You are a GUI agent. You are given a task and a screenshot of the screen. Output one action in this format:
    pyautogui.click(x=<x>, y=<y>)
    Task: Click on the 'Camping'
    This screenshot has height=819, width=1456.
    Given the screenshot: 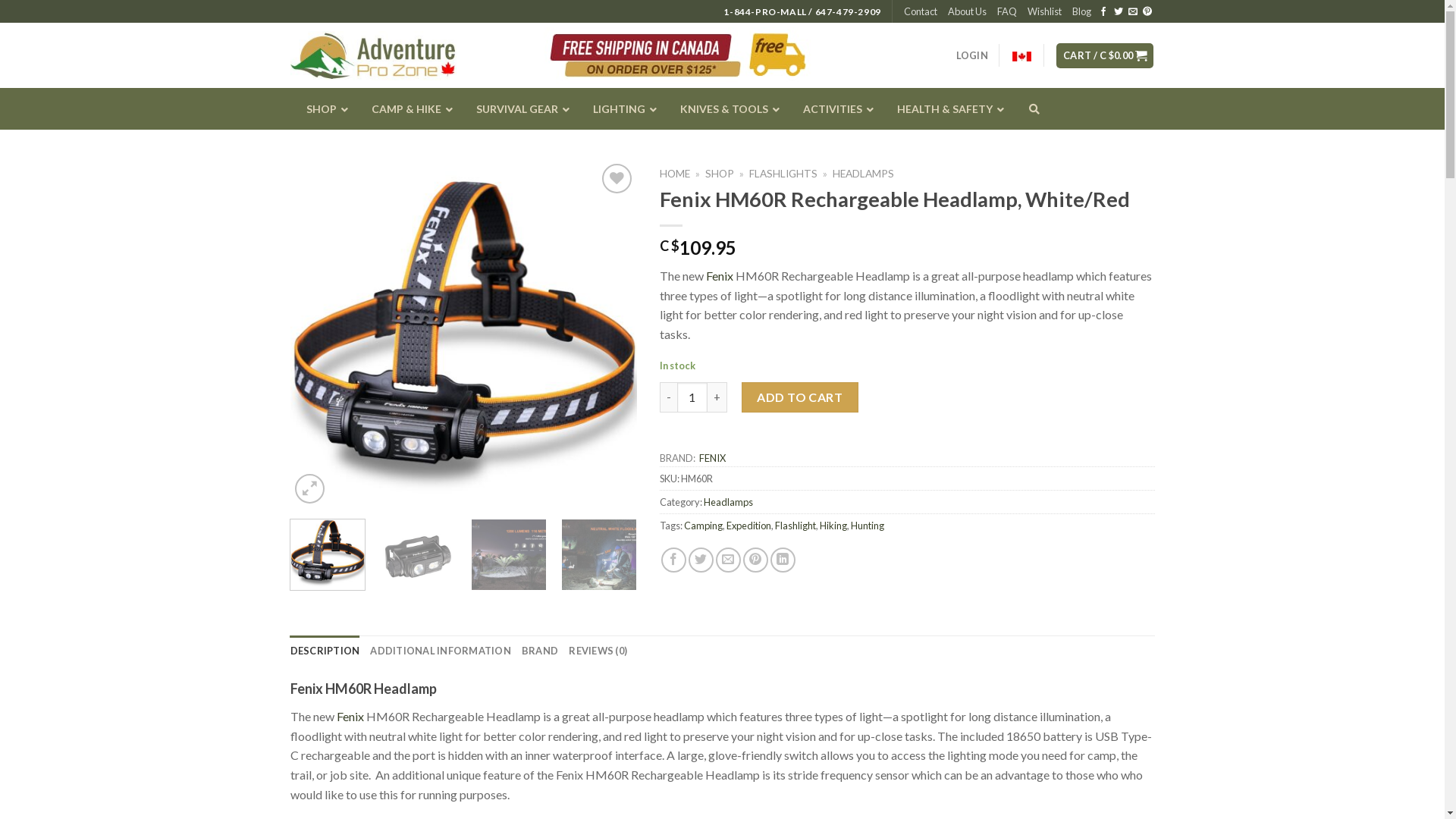 What is the action you would take?
    pyautogui.click(x=683, y=525)
    